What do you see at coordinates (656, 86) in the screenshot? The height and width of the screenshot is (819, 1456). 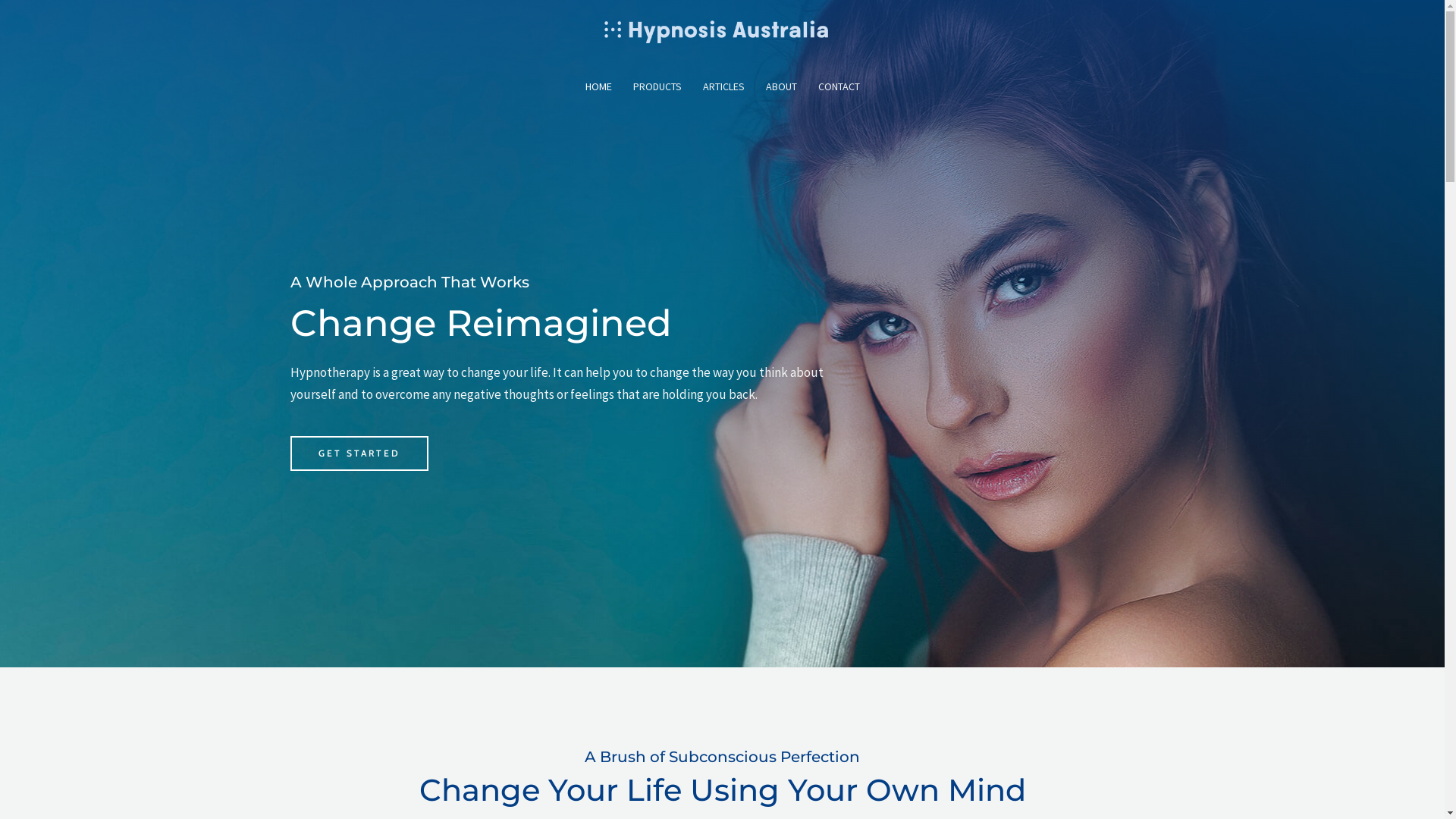 I see `'PRODUCTS'` at bounding box center [656, 86].